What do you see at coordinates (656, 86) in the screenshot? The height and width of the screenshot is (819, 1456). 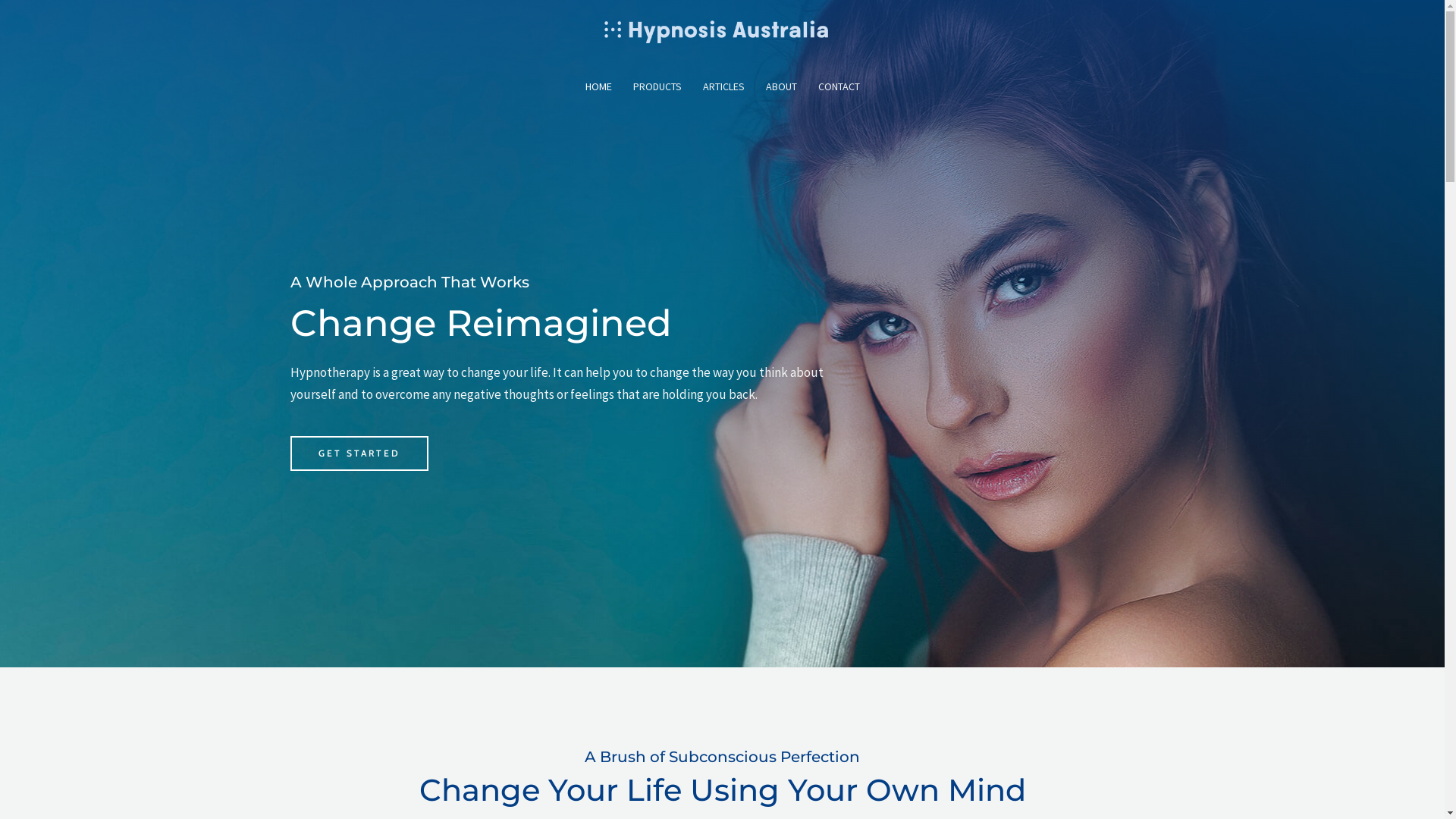 I see `'PRODUCTS'` at bounding box center [656, 86].